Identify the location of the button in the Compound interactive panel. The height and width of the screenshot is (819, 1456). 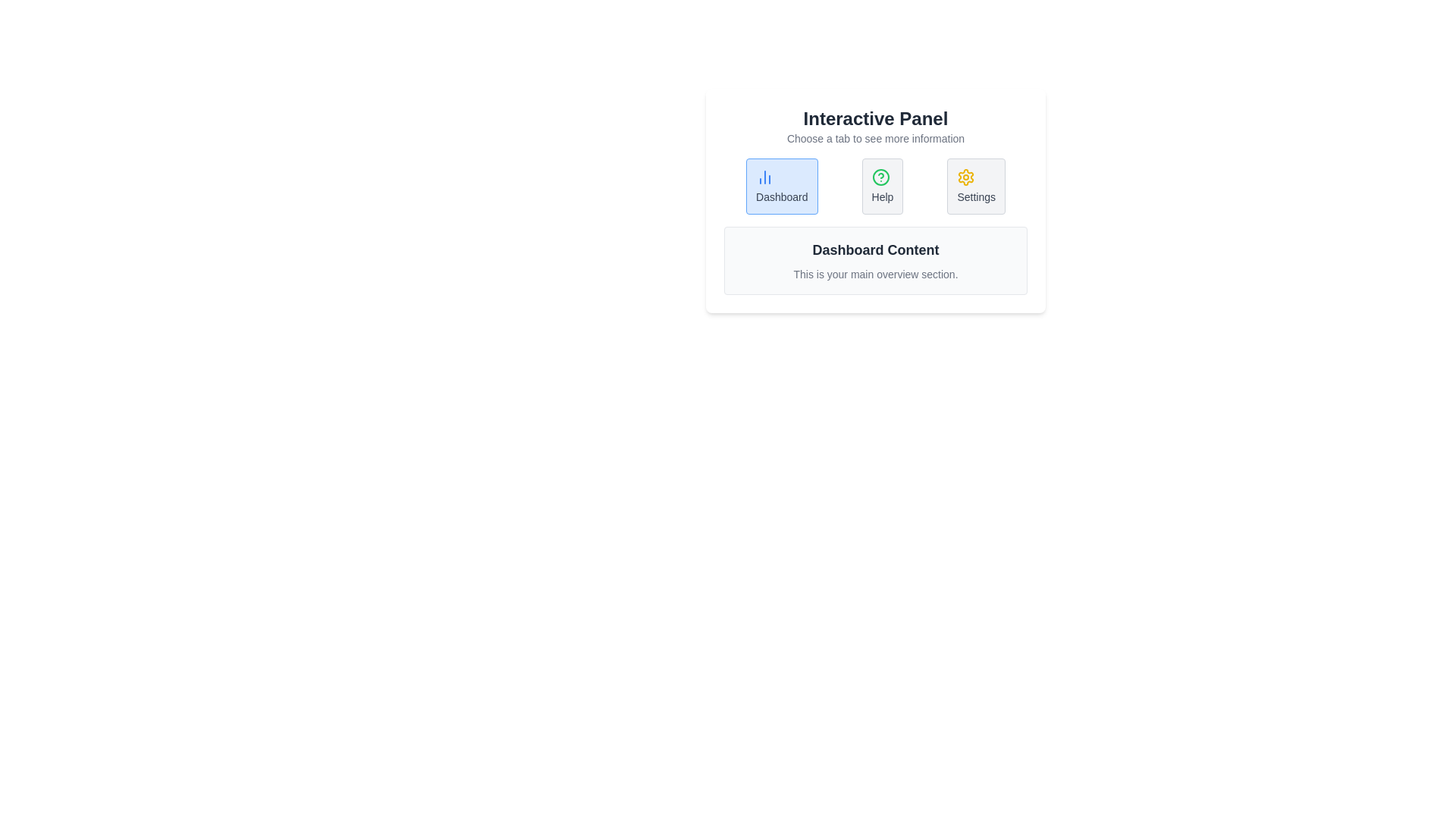
(876, 200).